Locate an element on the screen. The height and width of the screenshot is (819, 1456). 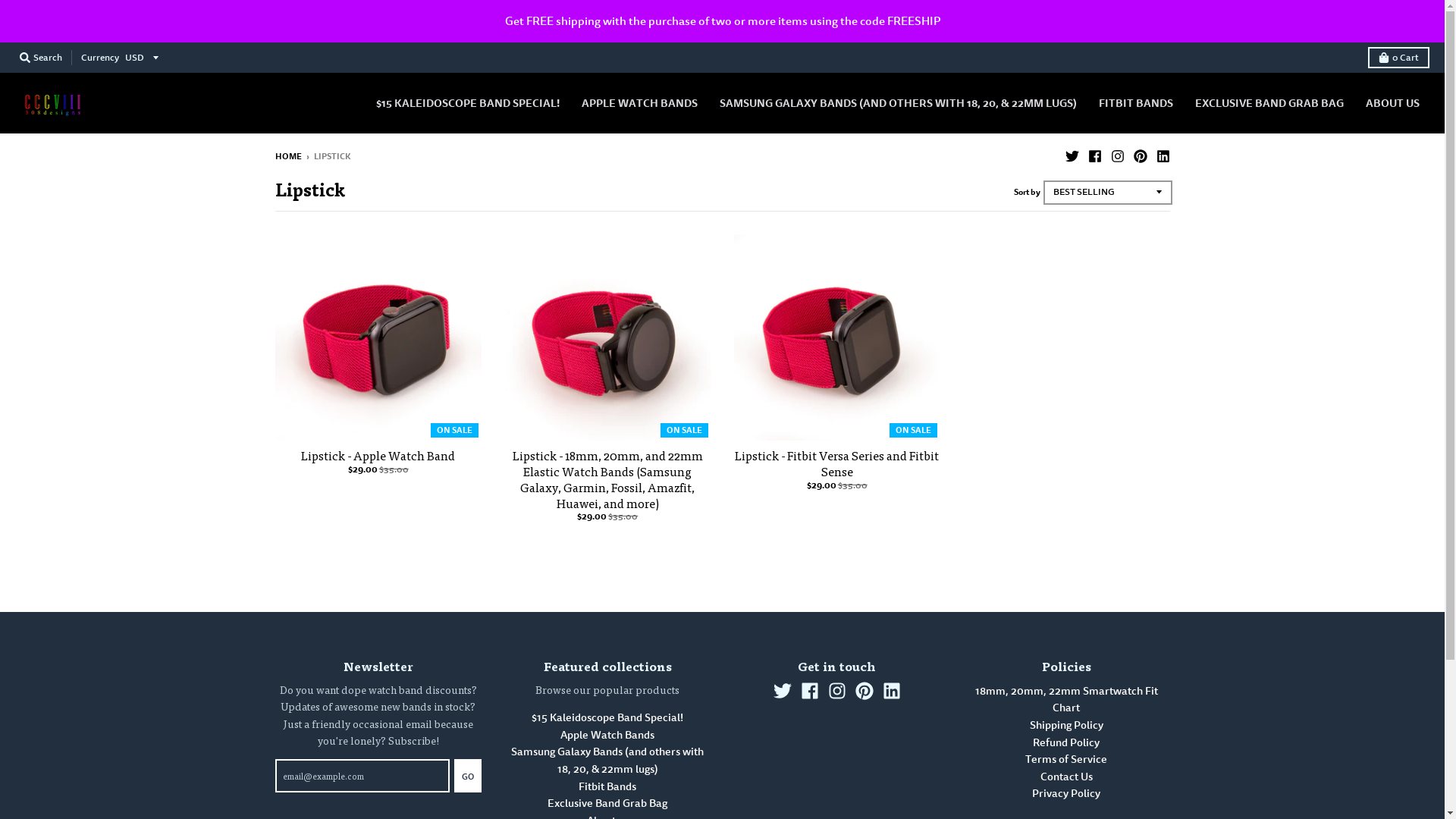
'FITBIT BANDS' is located at coordinates (1135, 102).